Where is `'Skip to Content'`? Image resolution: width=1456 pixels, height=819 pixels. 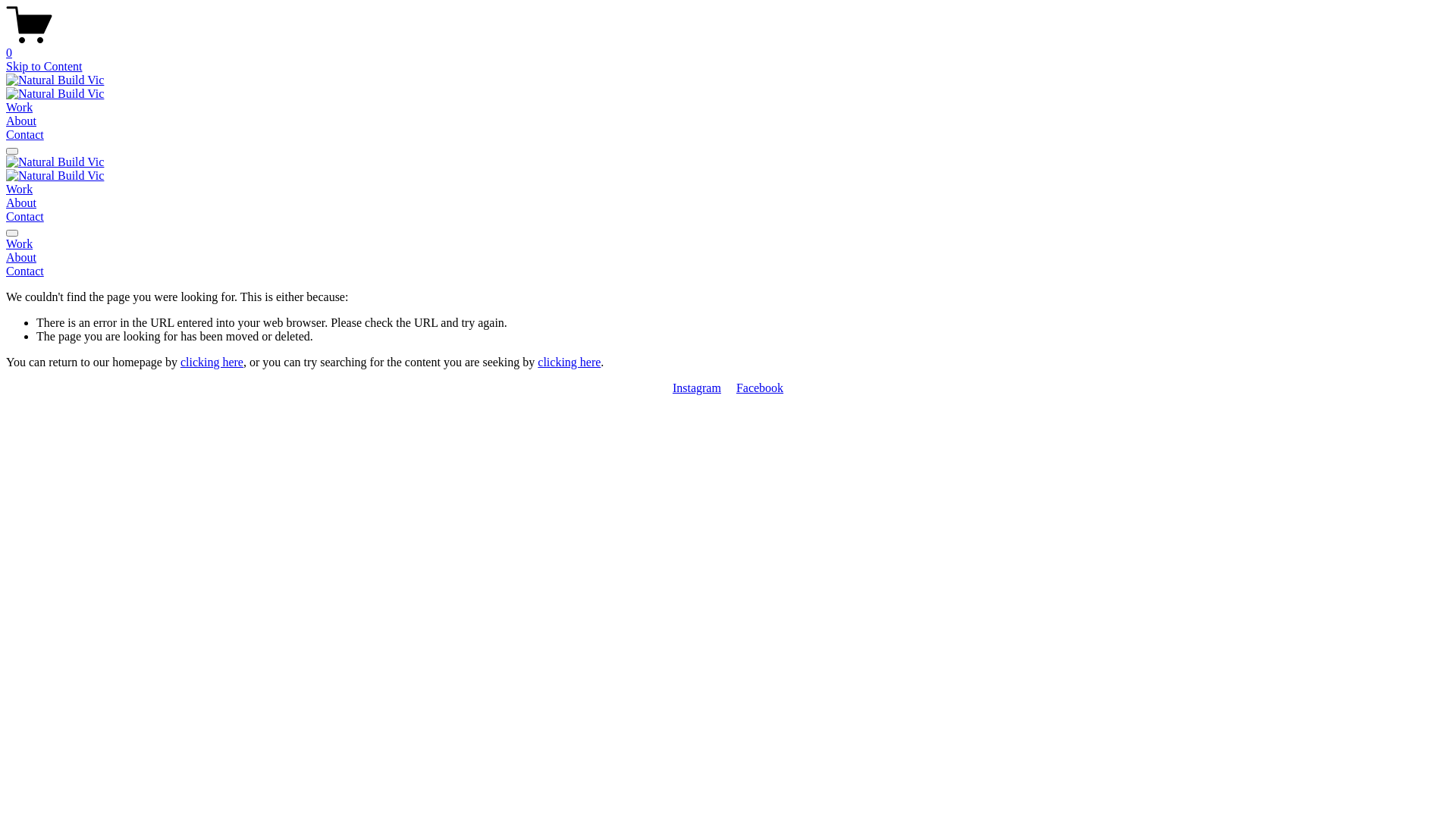
'Skip to Content' is located at coordinates (43, 65).